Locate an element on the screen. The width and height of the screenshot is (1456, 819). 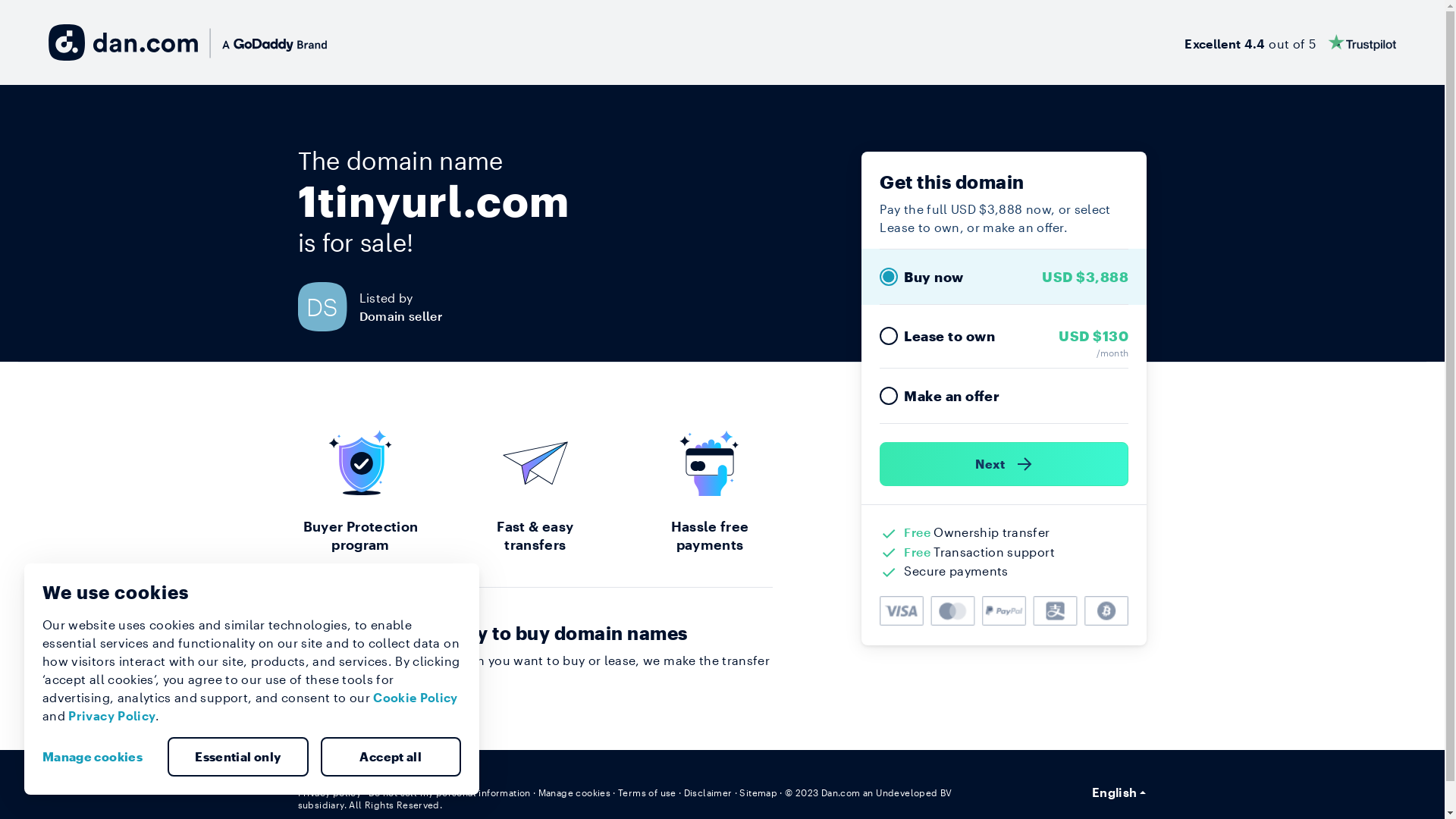
'Privacy Policy' is located at coordinates (111, 715).